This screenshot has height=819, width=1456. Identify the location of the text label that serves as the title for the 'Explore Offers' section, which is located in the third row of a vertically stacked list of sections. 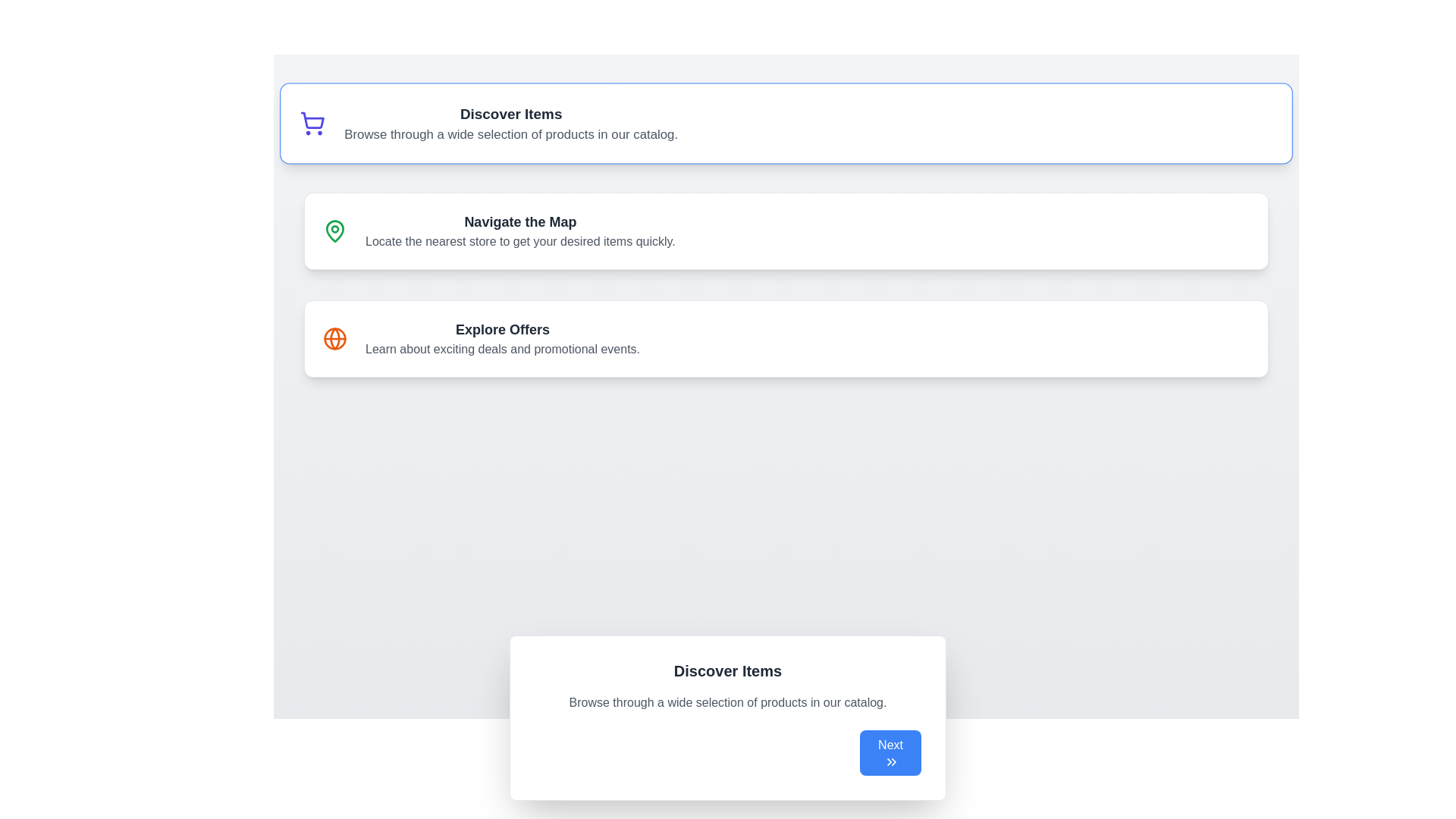
(502, 329).